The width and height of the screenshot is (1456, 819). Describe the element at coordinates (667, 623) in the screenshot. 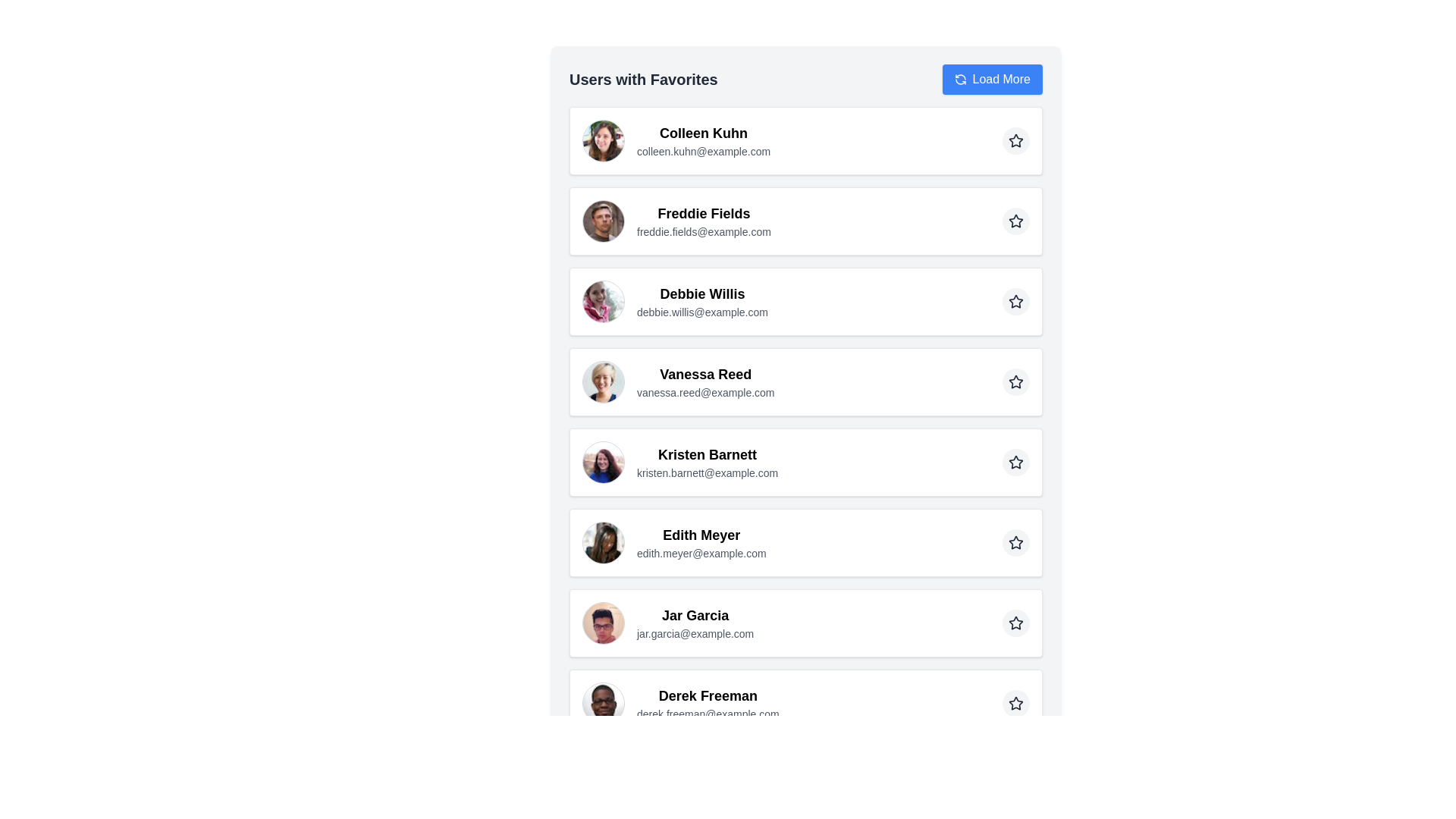

I see `the user profile element displaying the user's name and email, which is the seventh entry` at that location.